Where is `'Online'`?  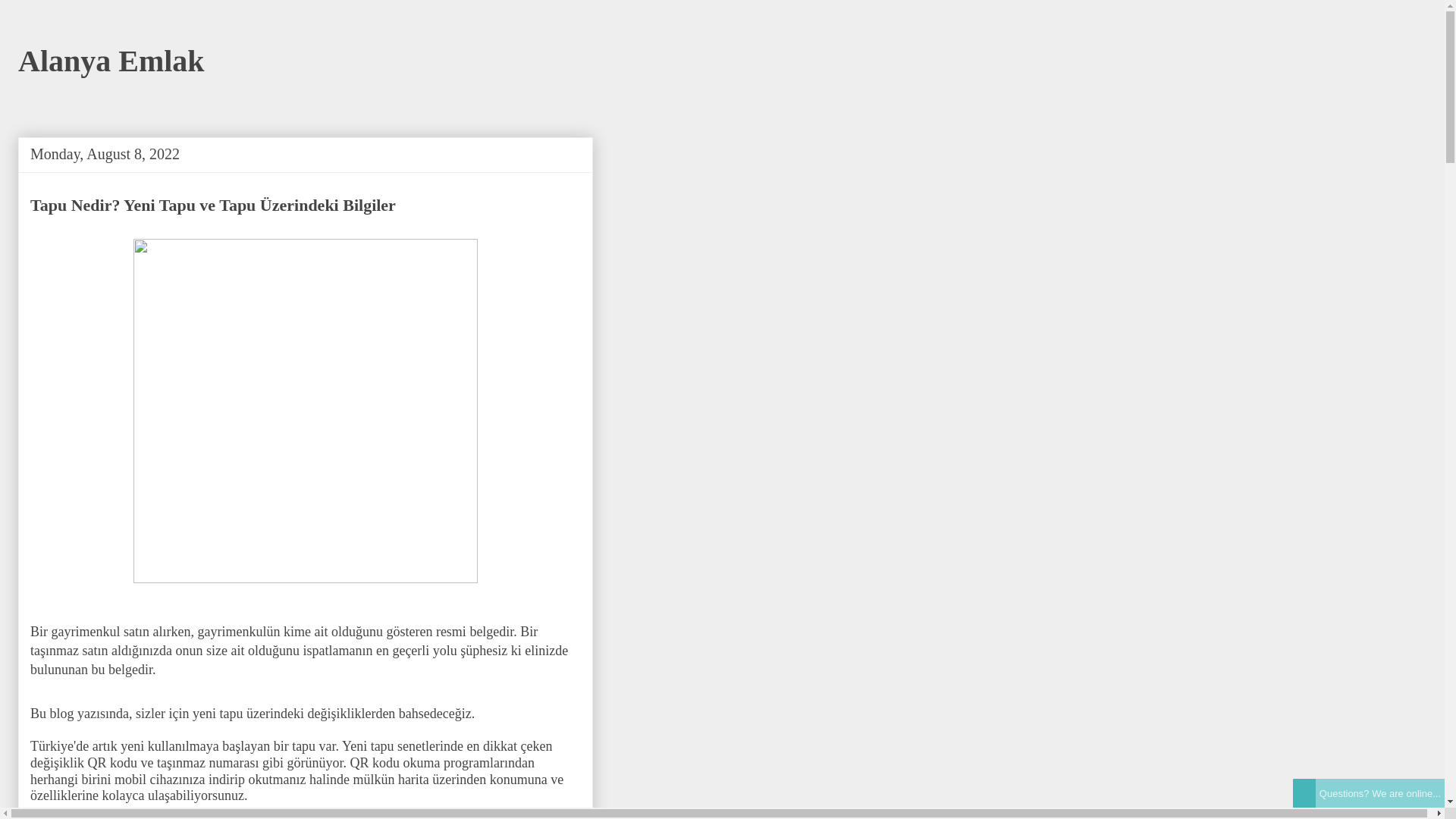
'Online' is located at coordinates (1303, 792).